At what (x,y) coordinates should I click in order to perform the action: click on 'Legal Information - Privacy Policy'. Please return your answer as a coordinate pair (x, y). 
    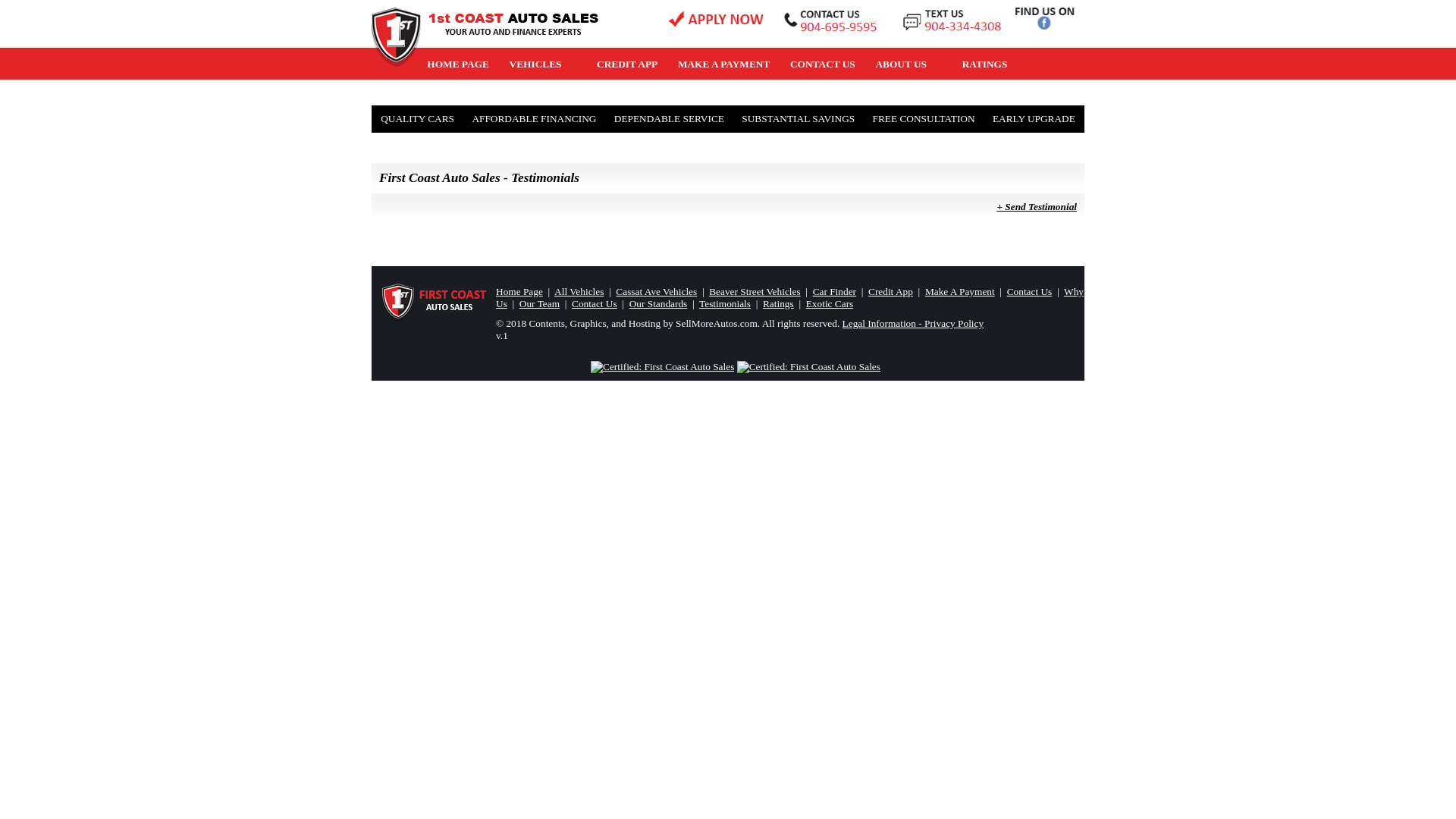
    Looking at the image, I should click on (912, 322).